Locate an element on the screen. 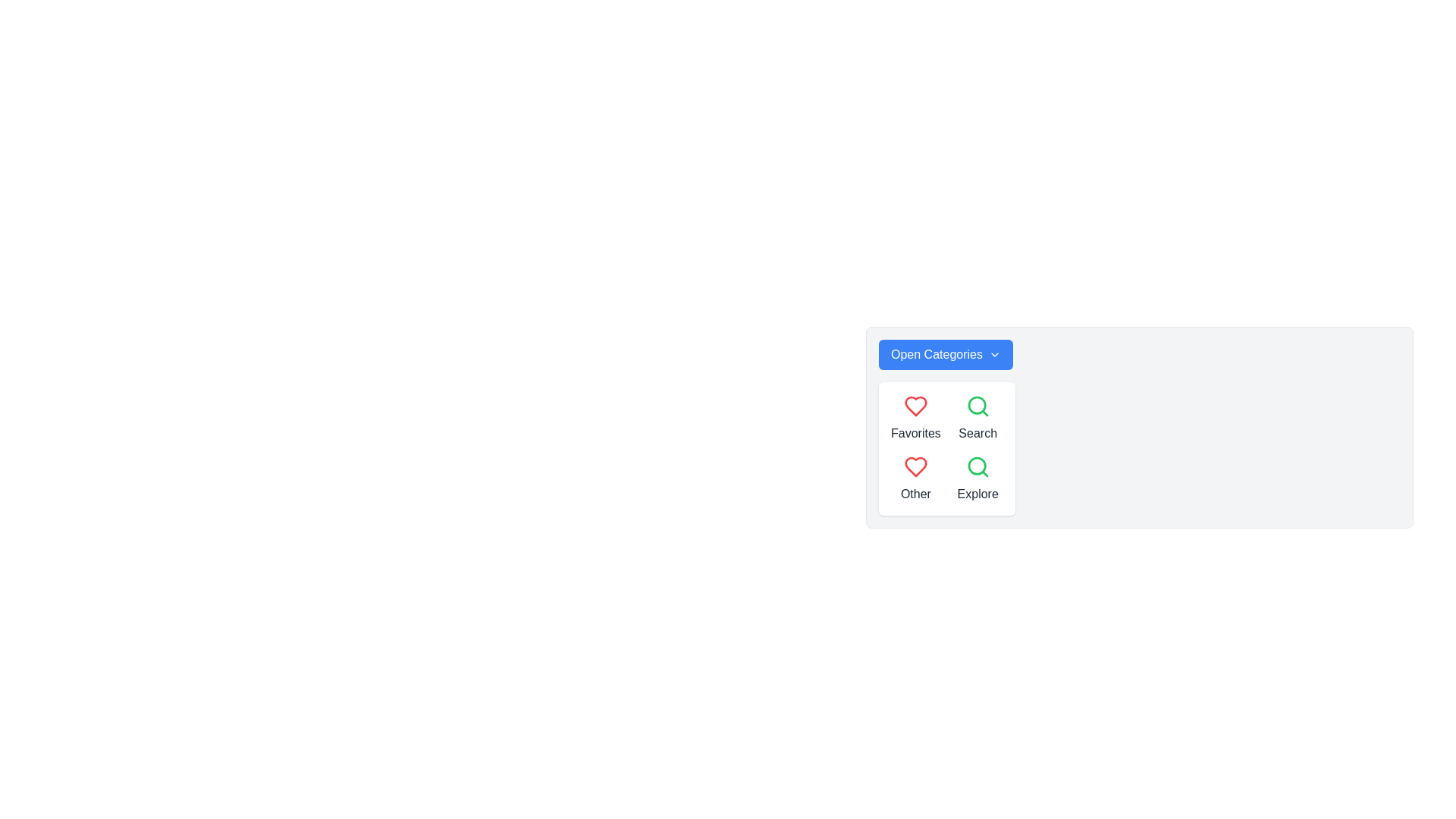 Image resolution: width=1456 pixels, height=819 pixels. the Text label located in the lower-left section of the categorized layout, beneath the heart icon, which indicates additional options under the 'Other' category is located at coordinates (915, 494).